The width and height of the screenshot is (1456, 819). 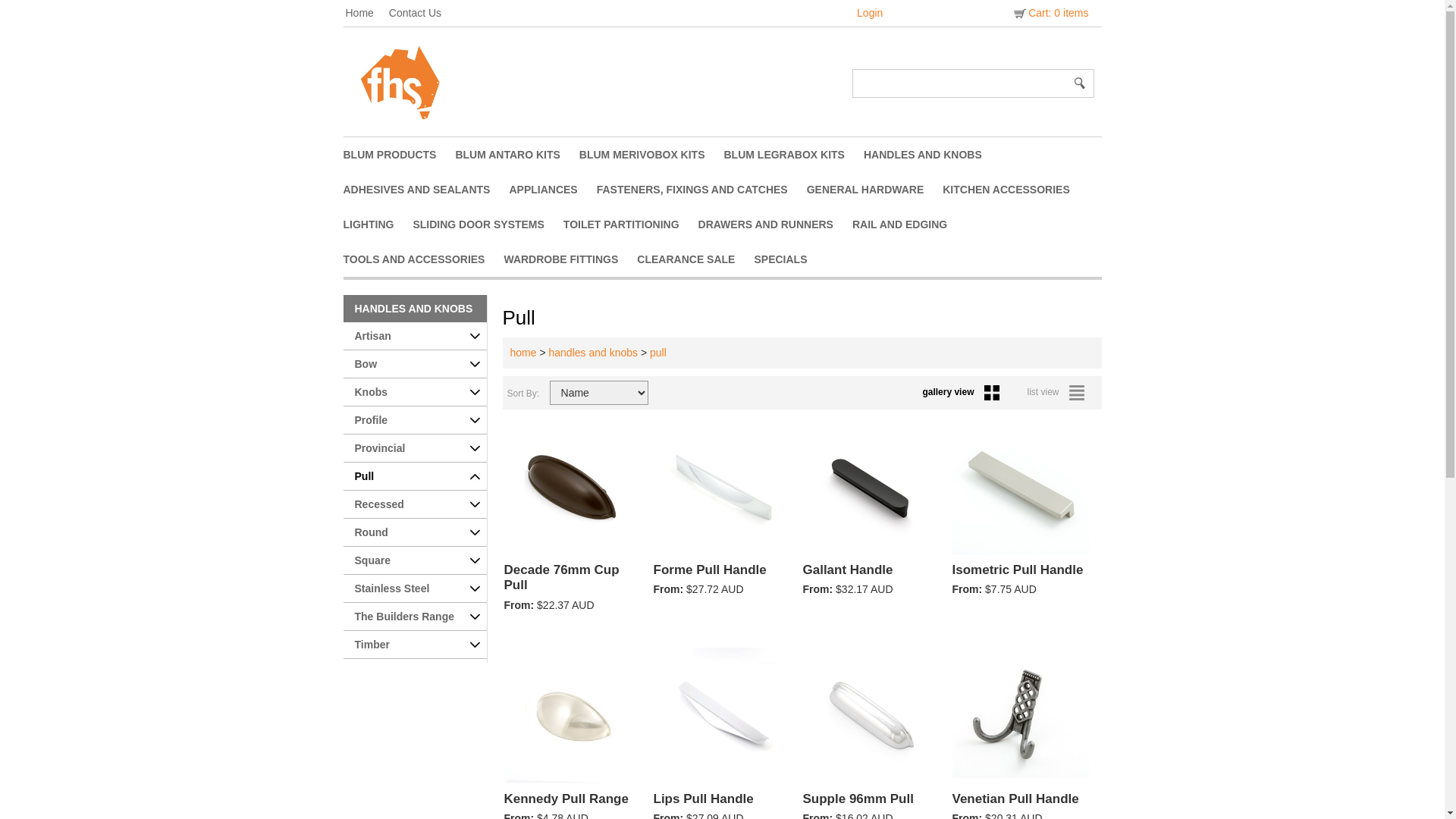 I want to click on 'APPLIANCES', so click(x=551, y=189).